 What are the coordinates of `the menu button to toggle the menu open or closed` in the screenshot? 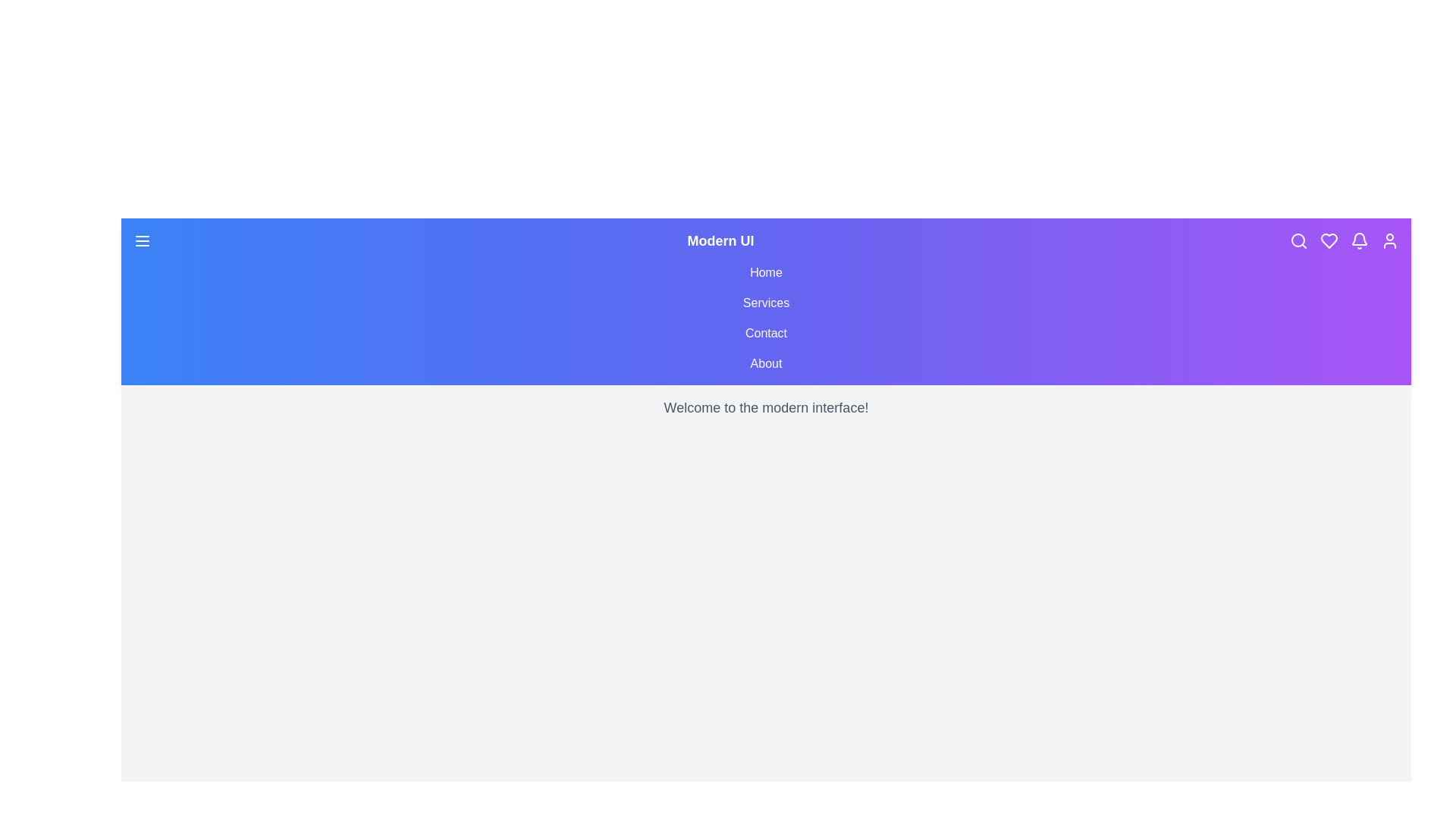 It's located at (142, 240).